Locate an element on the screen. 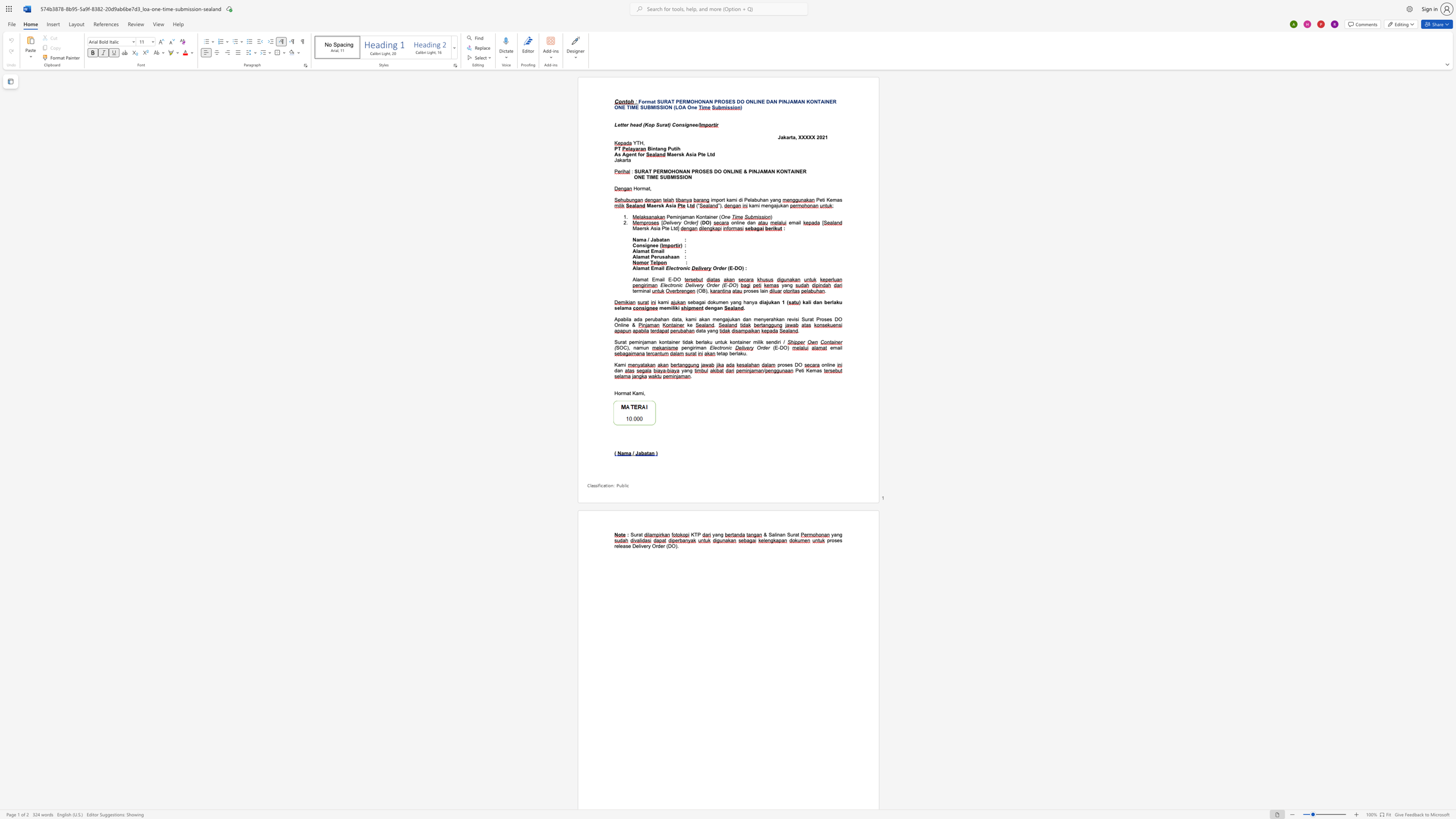 Image resolution: width=1456 pixels, height=819 pixels. the subset text "TIME SUBMISSION" within the text "ONE TIME SUBMISSION" is located at coordinates (626, 107).